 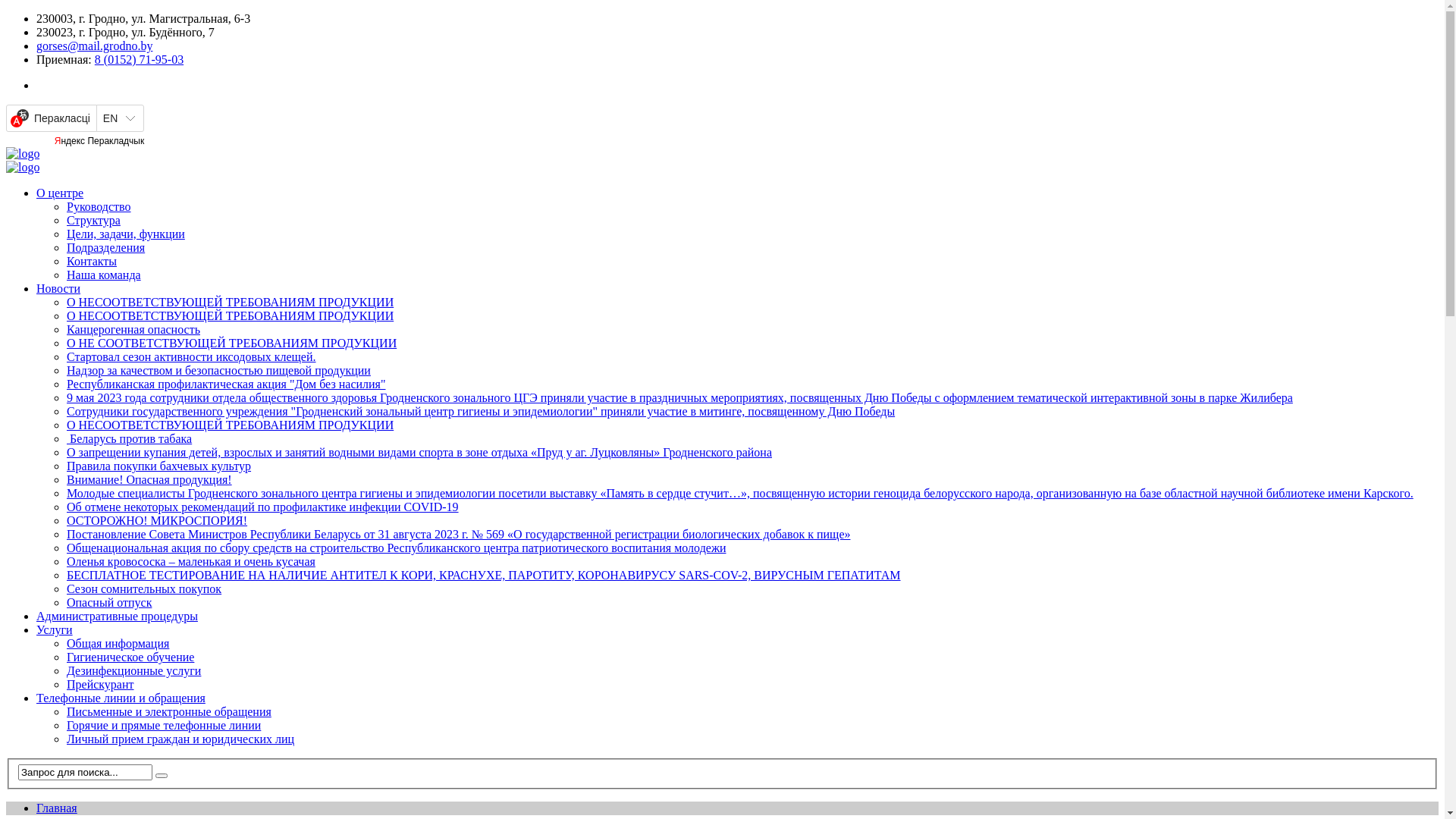 I want to click on 'gorses@mail.grodno.by', so click(x=93, y=45).